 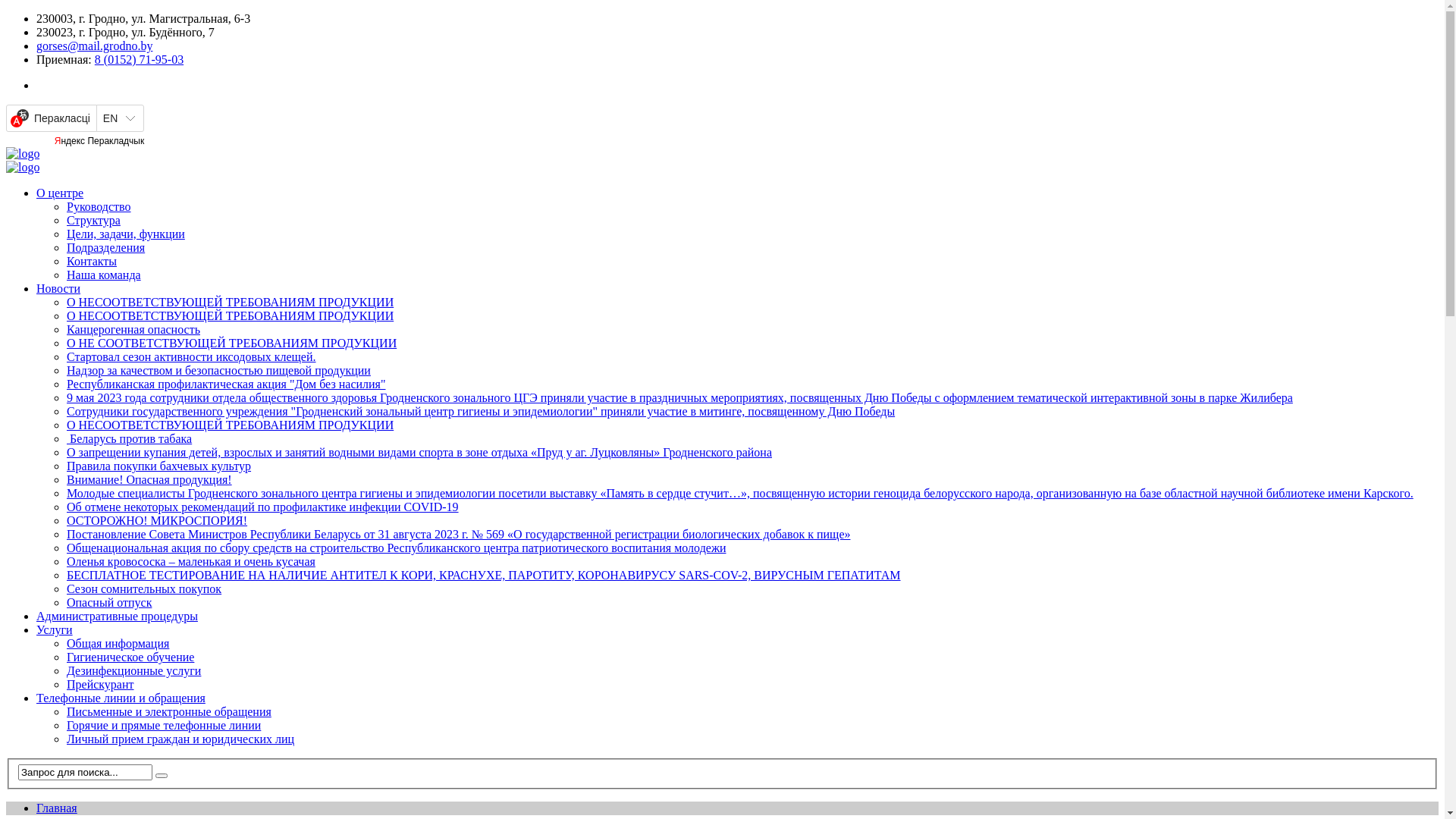 I want to click on 'gorses@mail.grodno.by', so click(x=93, y=45).